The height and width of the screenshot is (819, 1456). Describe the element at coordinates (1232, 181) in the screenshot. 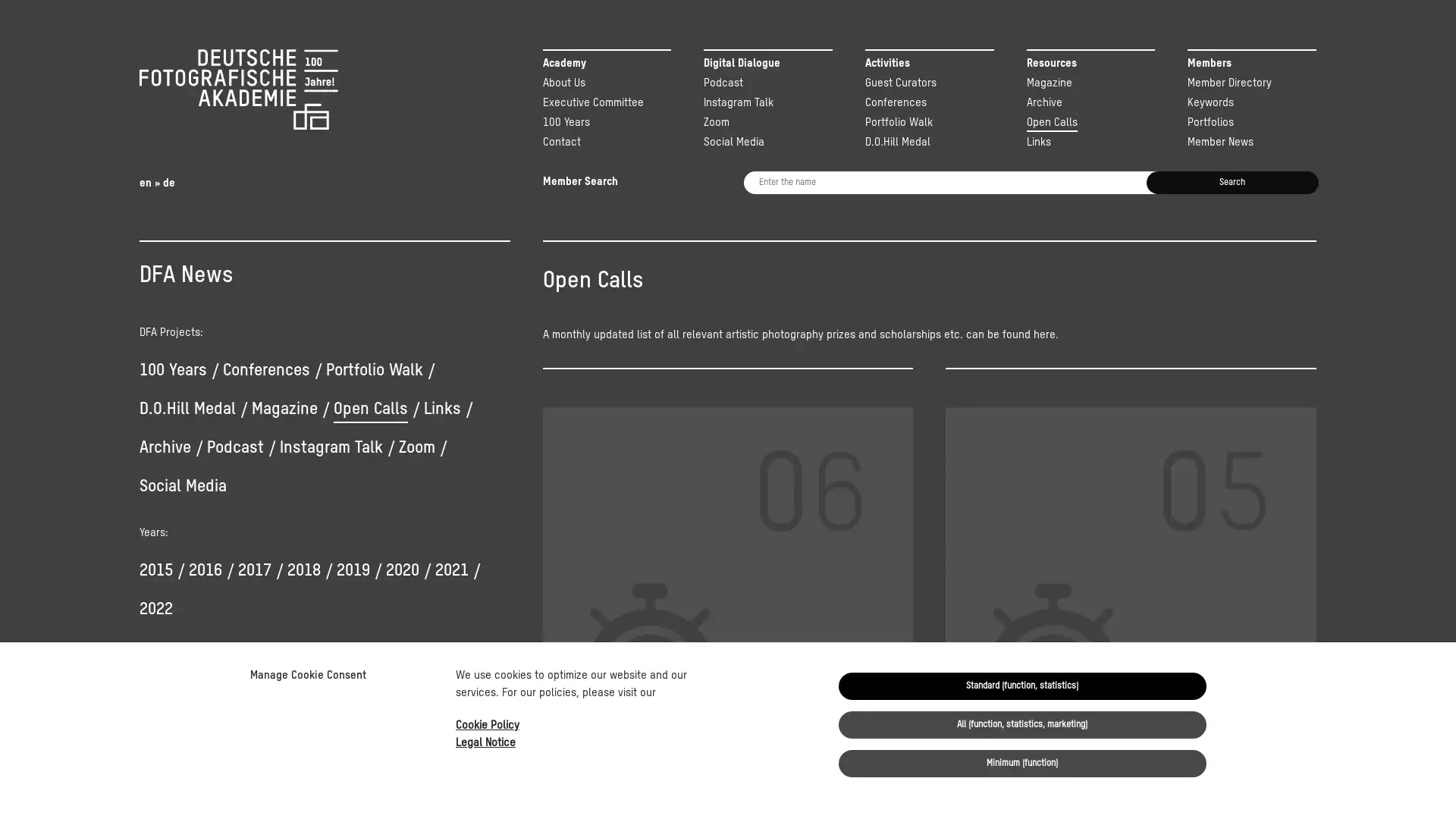

I see `Search` at that location.